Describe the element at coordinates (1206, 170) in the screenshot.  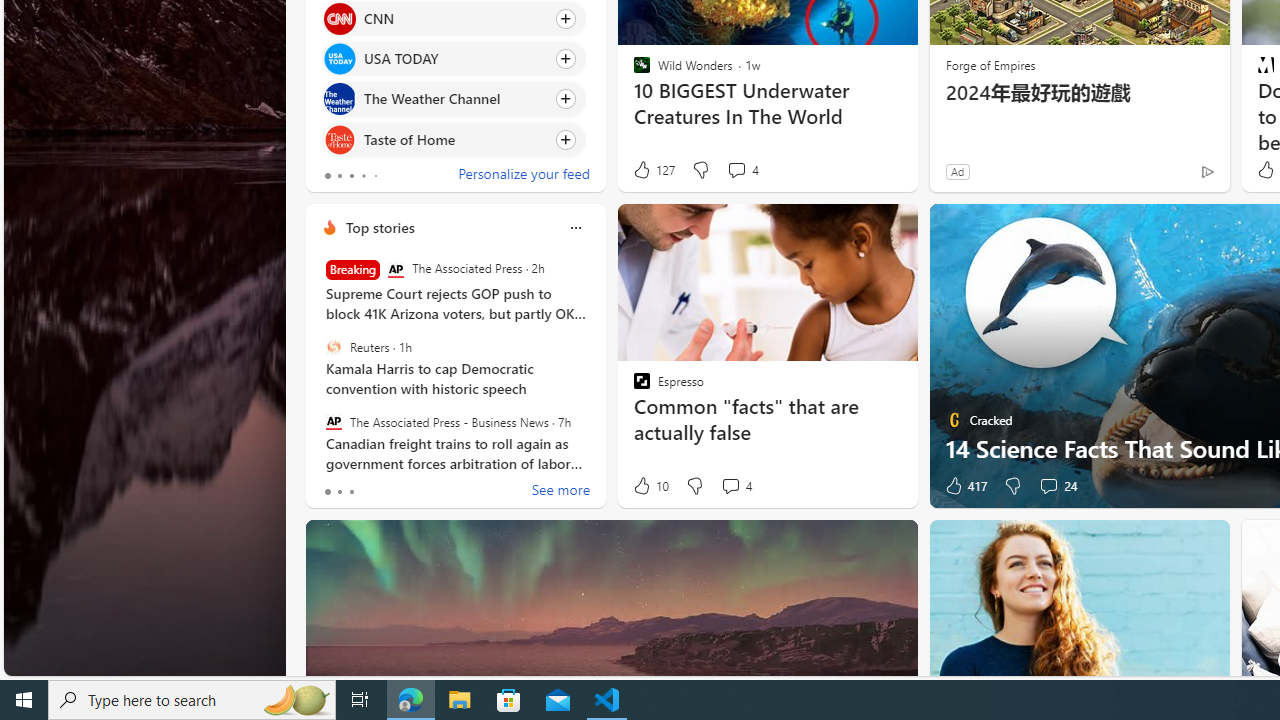
I see `'Ad Choice'` at that location.